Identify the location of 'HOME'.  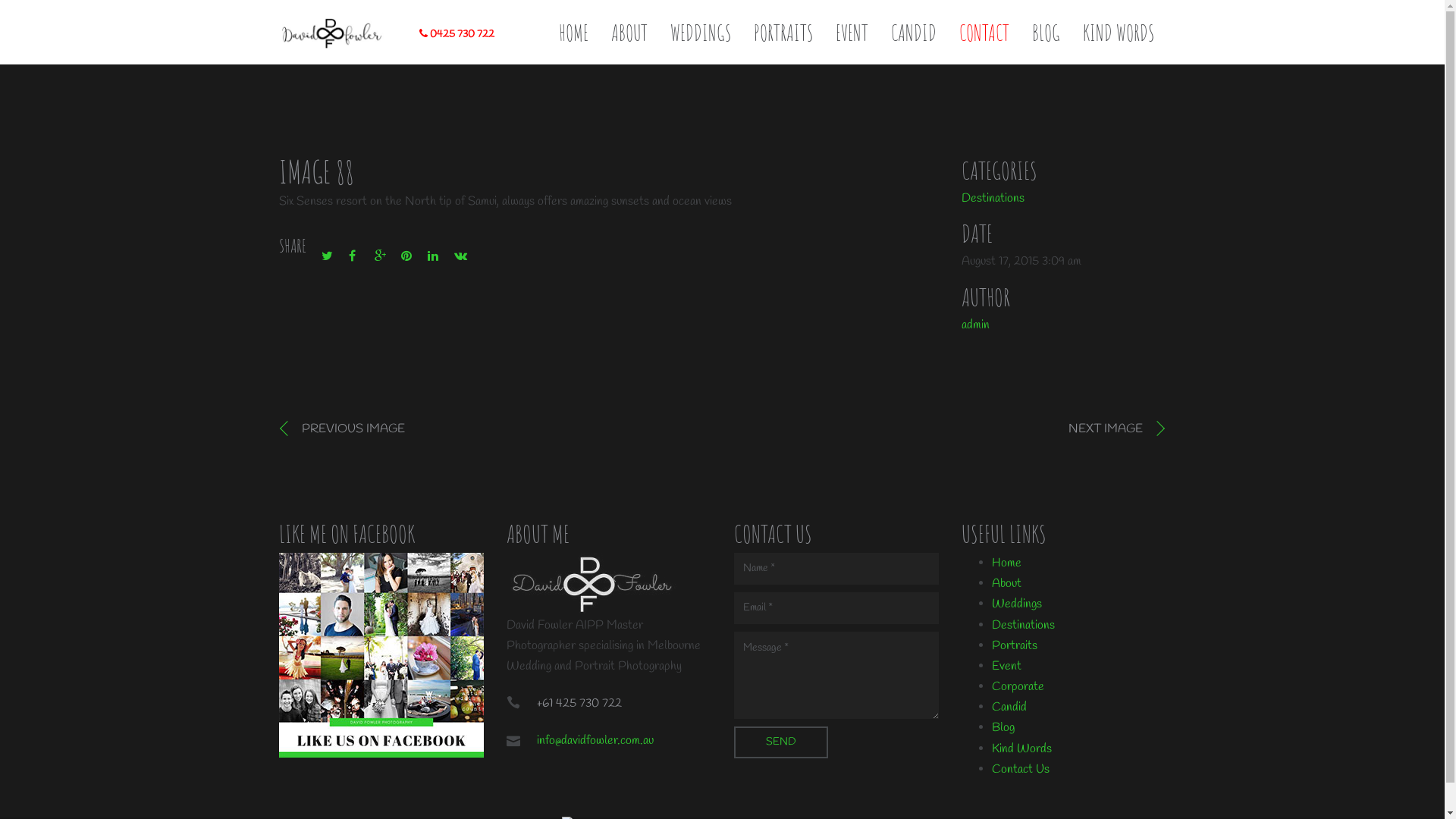
(558, 33).